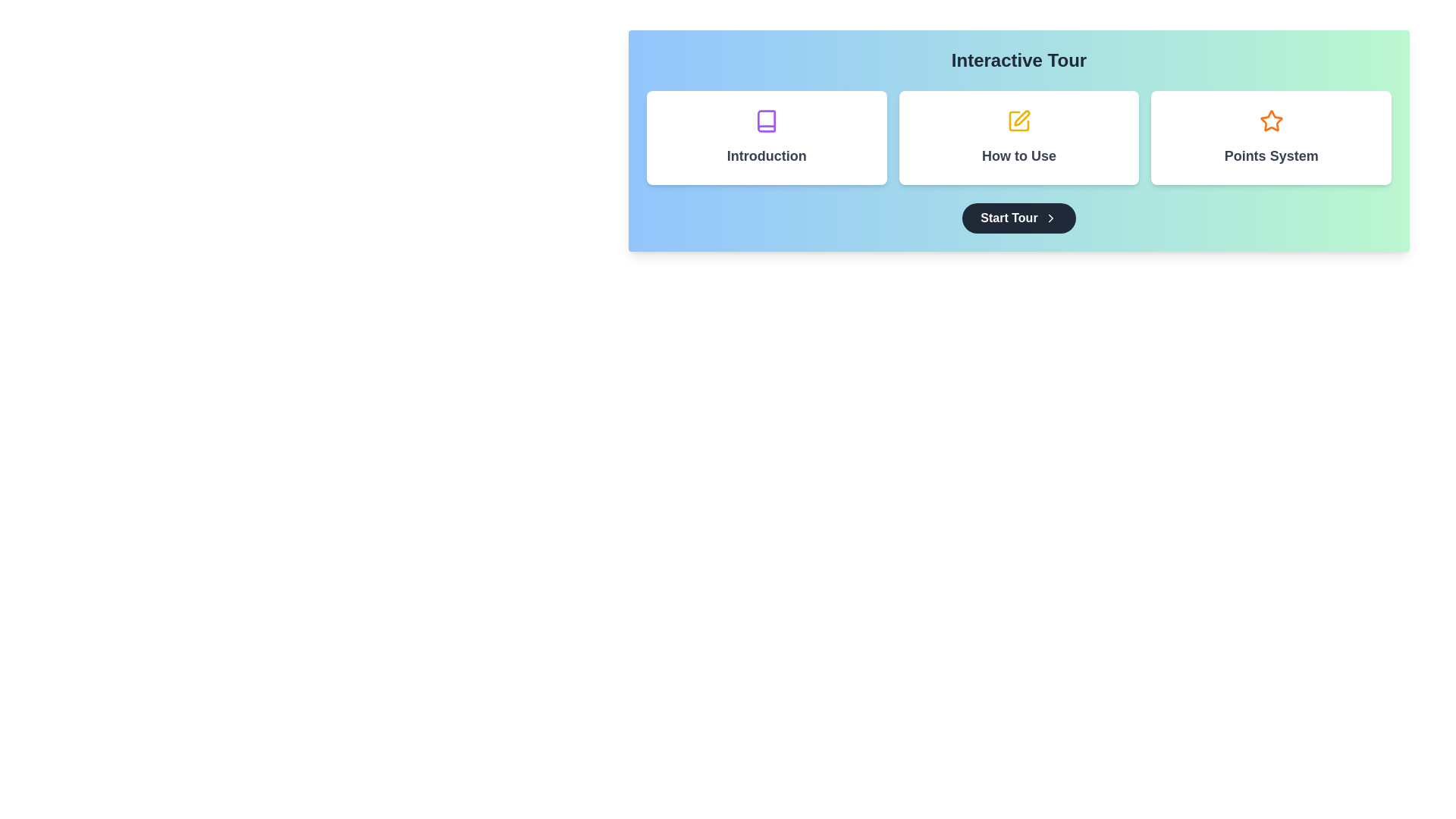 The image size is (1456, 819). What do you see at coordinates (1271, 120) in the screenshot?
I see `the star-shaped icon with an orange outline located in the bottom-right corner of the 'Points System' card within the 'Interactive Tour' section` at bounding box center [1271, 120].